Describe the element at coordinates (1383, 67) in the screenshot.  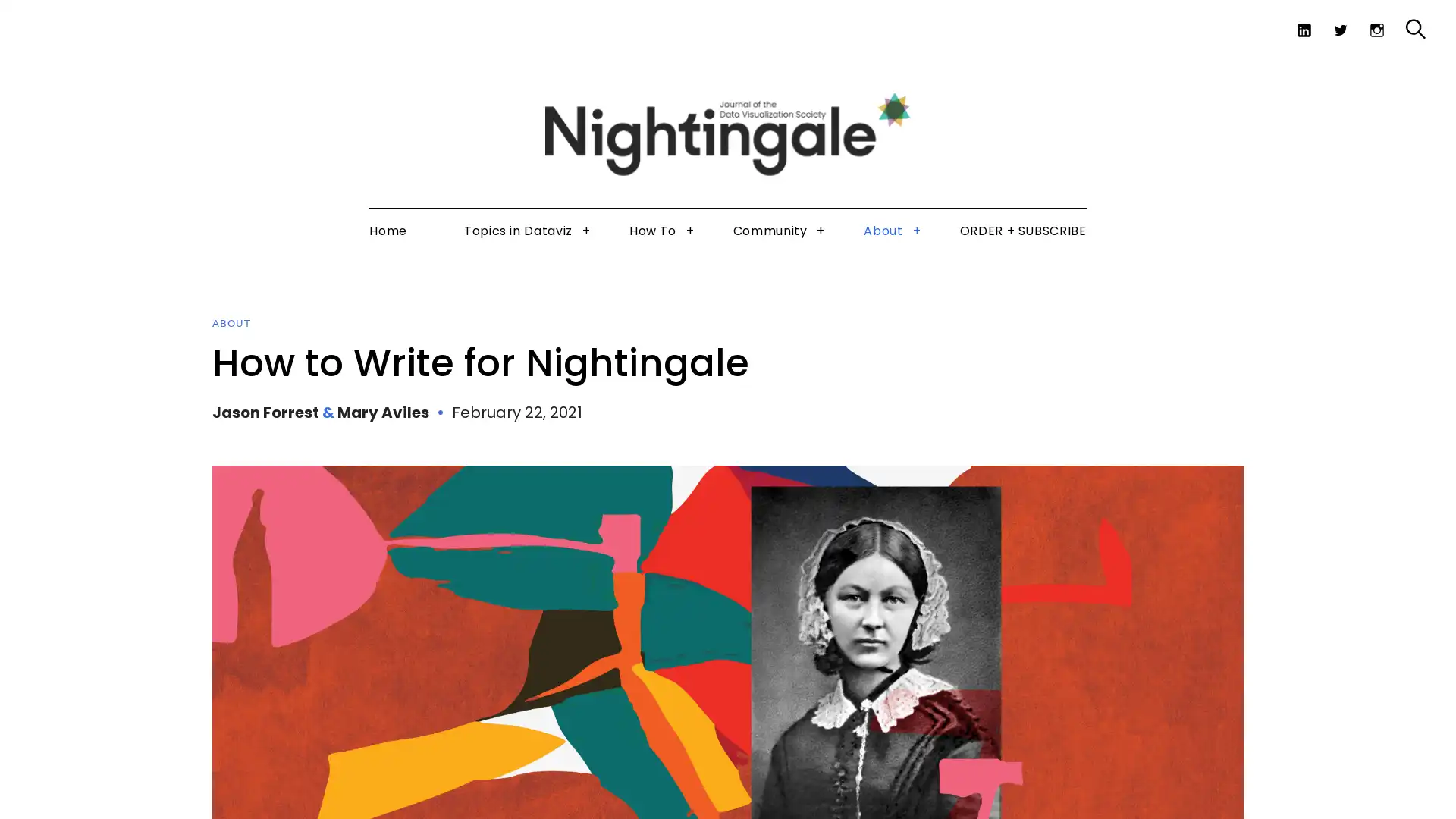
I see `Search` at that location.